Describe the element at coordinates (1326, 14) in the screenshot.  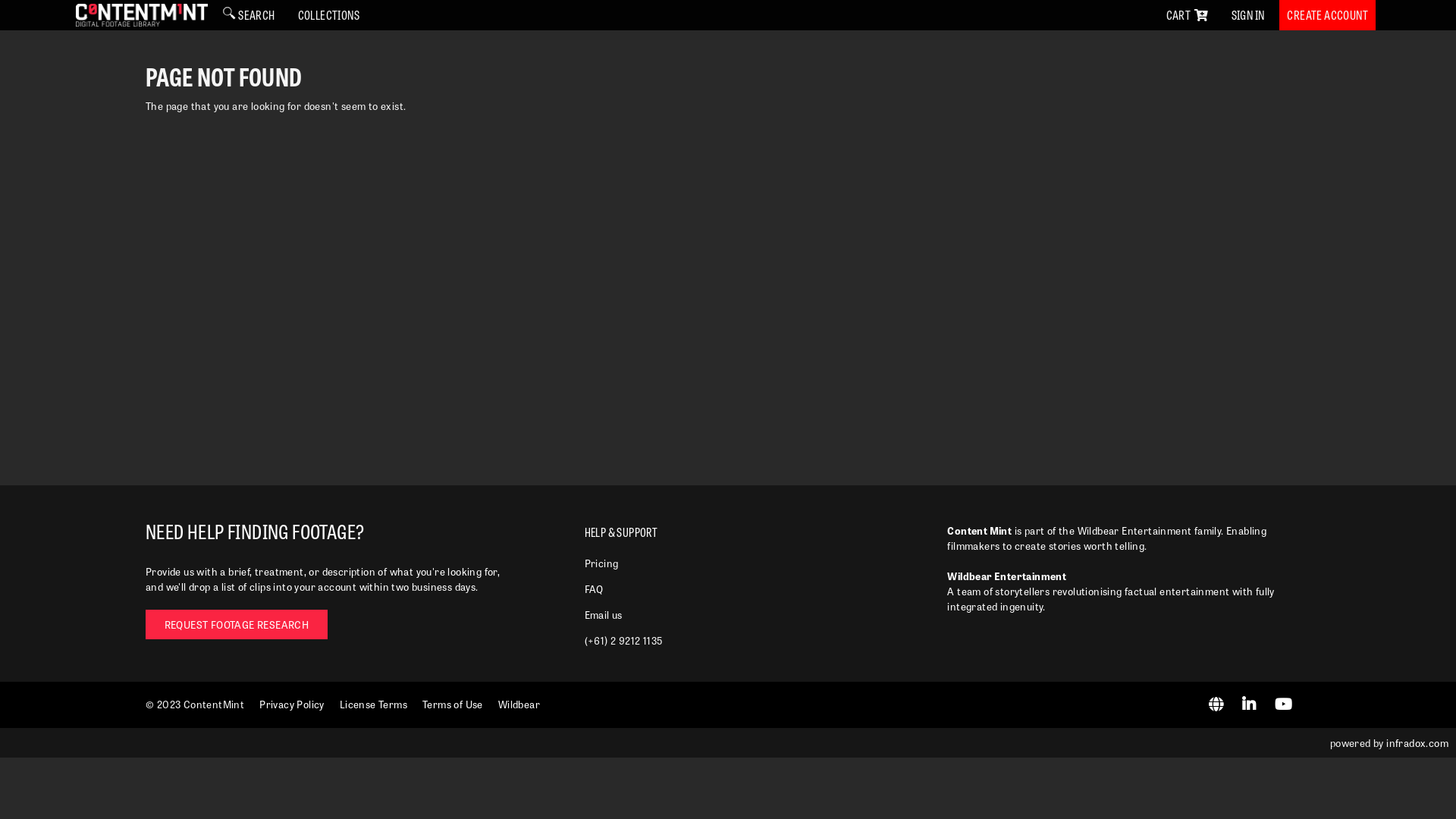
I see `'CREATE ACCOUNT'` at that location.